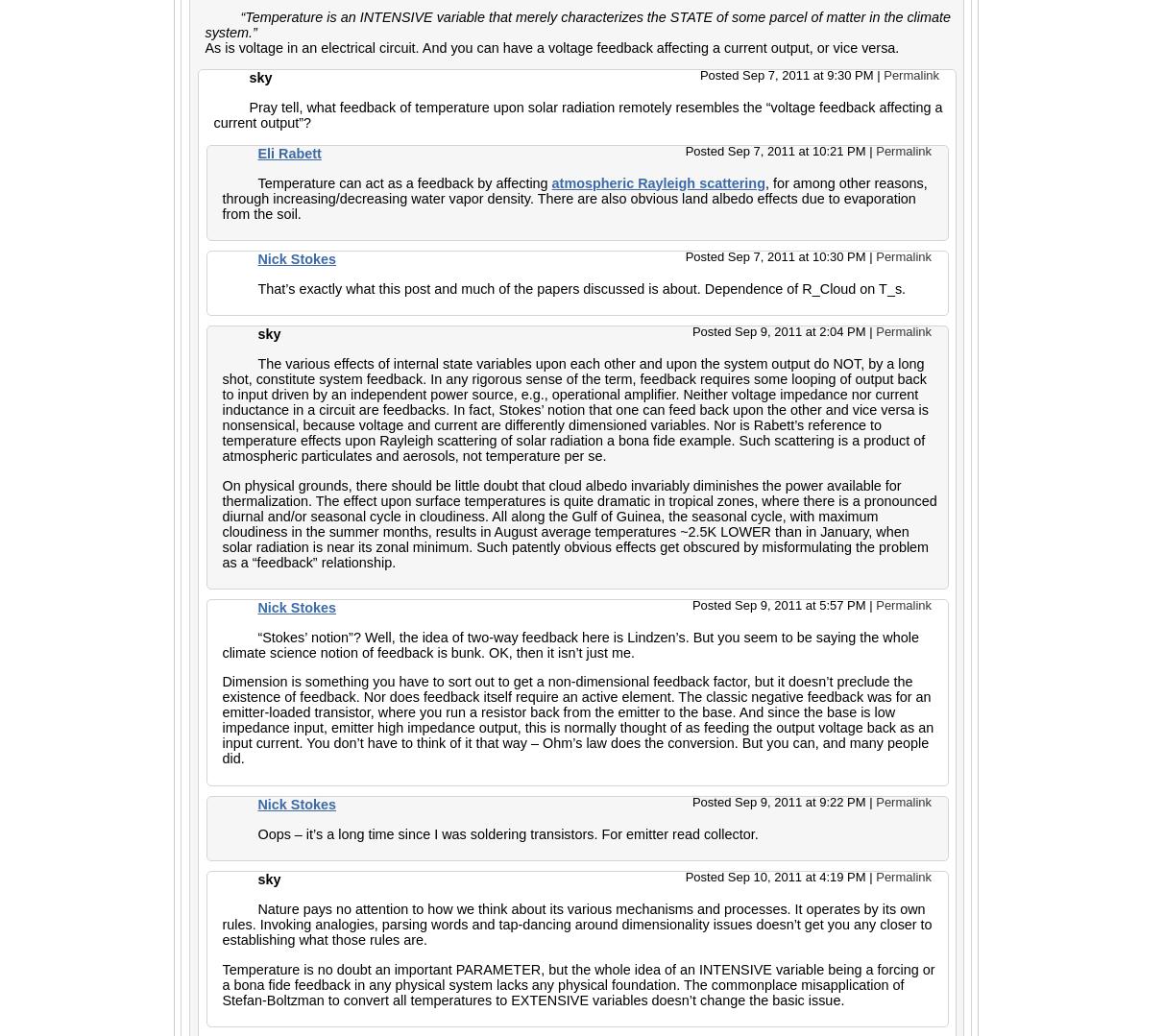 This screenshot has width=1164, height=1036. What do you see at coordinates (779, 604) in the screenshot?
I see `'Posted Sep 9, 2011 at 5:57 PM'` at bounding box center [779, 604].